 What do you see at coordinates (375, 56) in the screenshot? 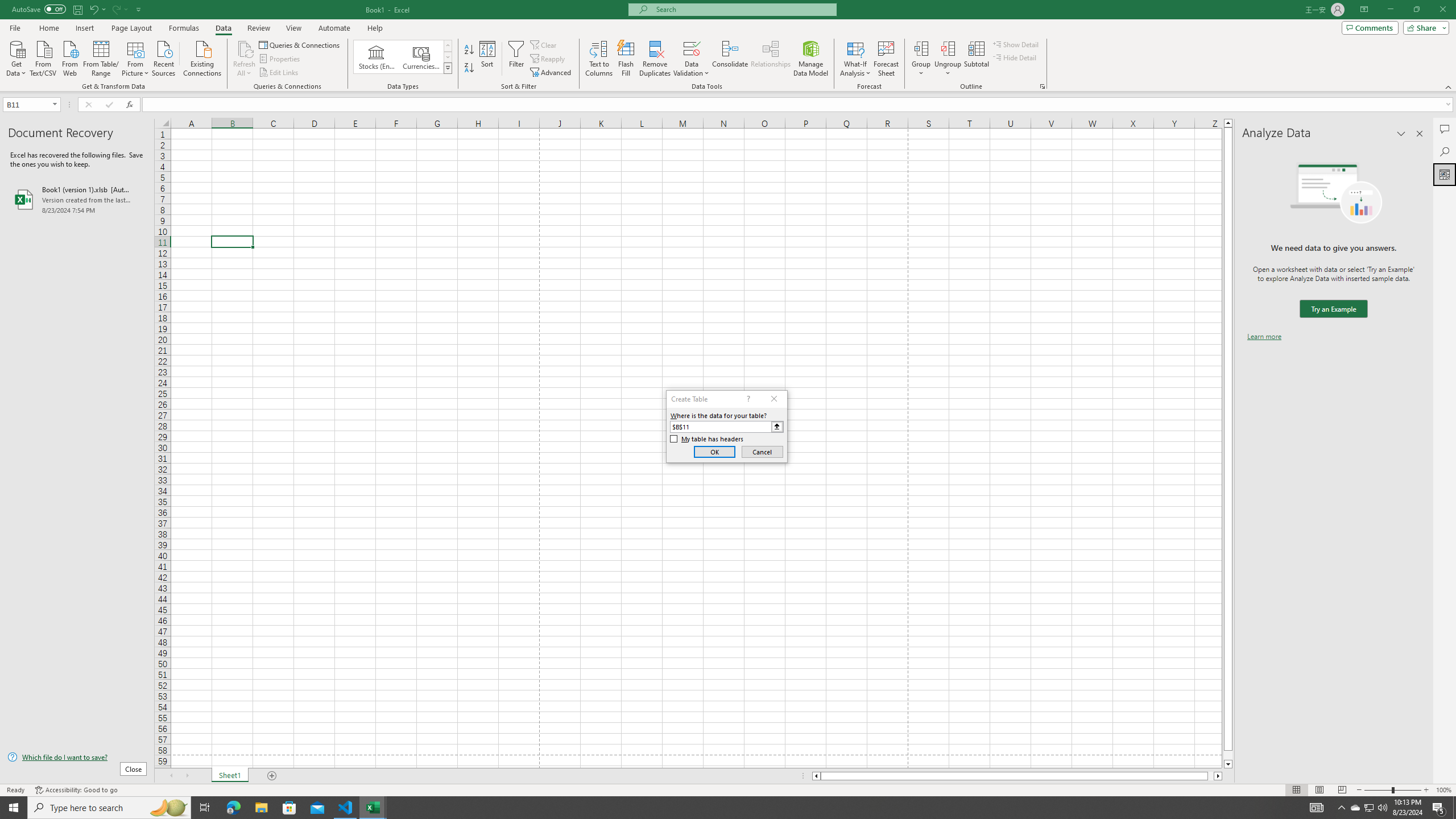
I see `'Stocks (English)'` at bounding box center [375, 56].